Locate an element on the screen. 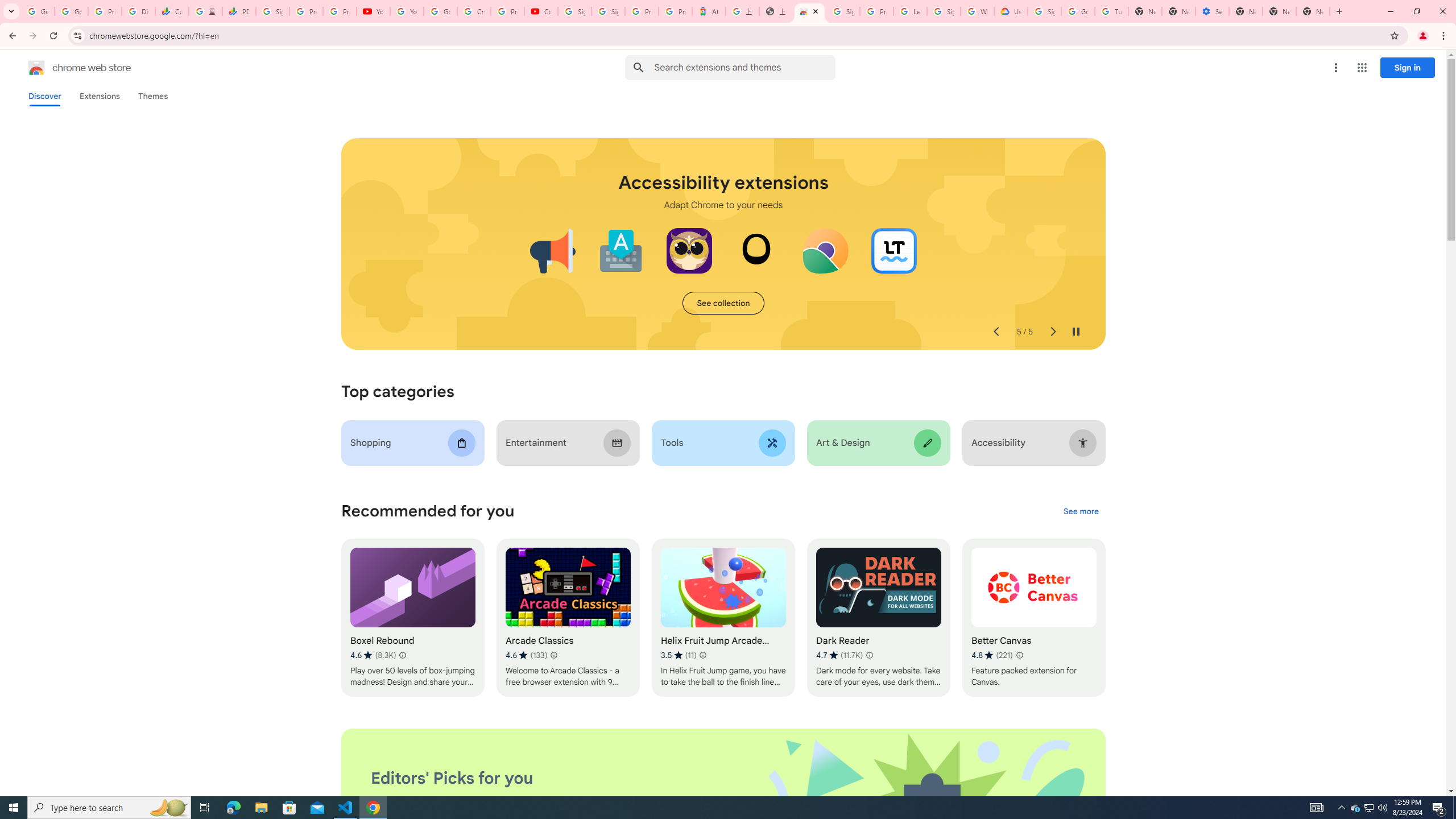  'Discover' is located at coordinates (44, 96).